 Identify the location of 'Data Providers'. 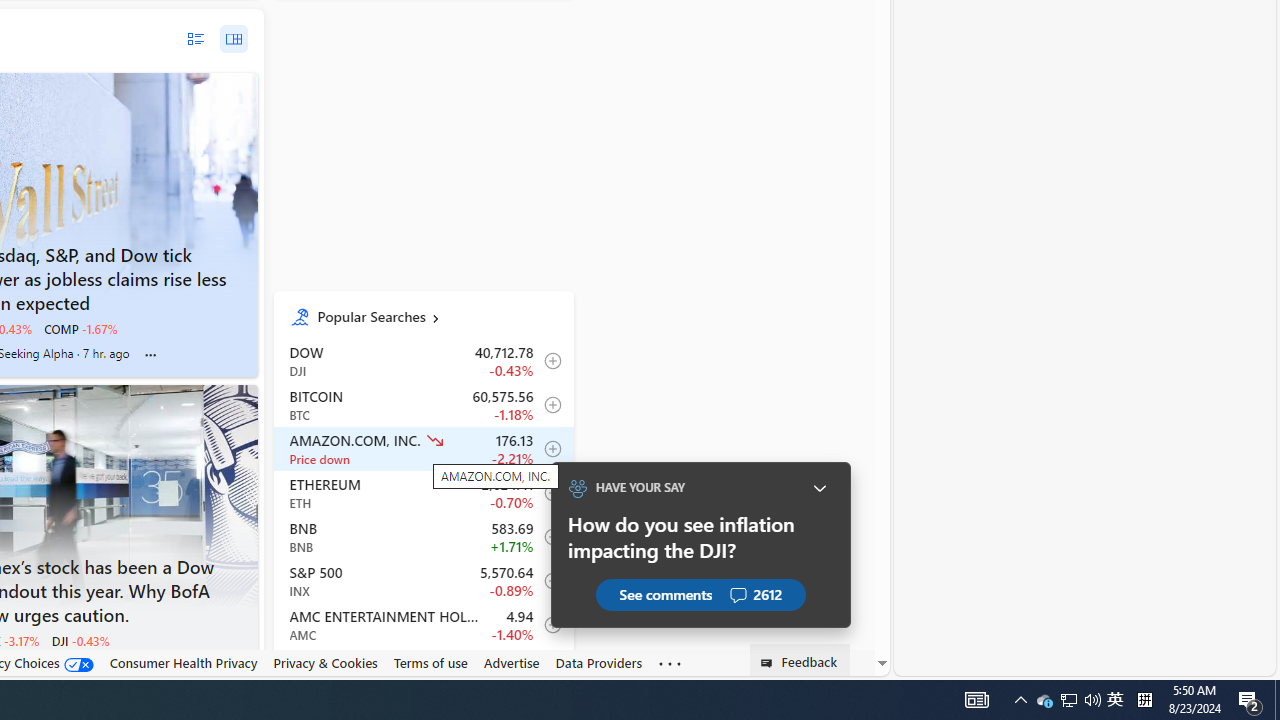
(598, 662).